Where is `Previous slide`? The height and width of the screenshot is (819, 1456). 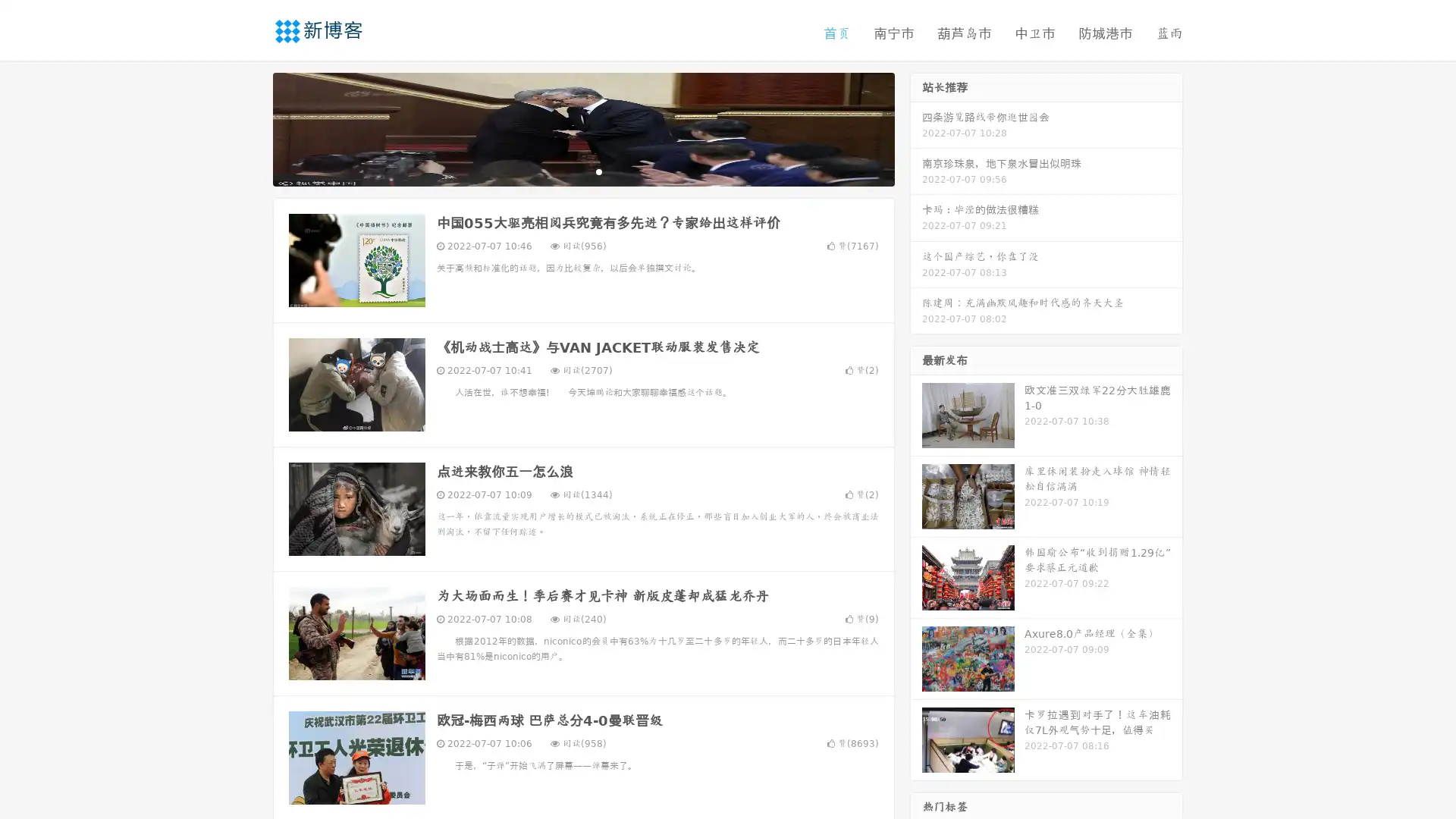 Previous slide is located at coordinates (250, 127).